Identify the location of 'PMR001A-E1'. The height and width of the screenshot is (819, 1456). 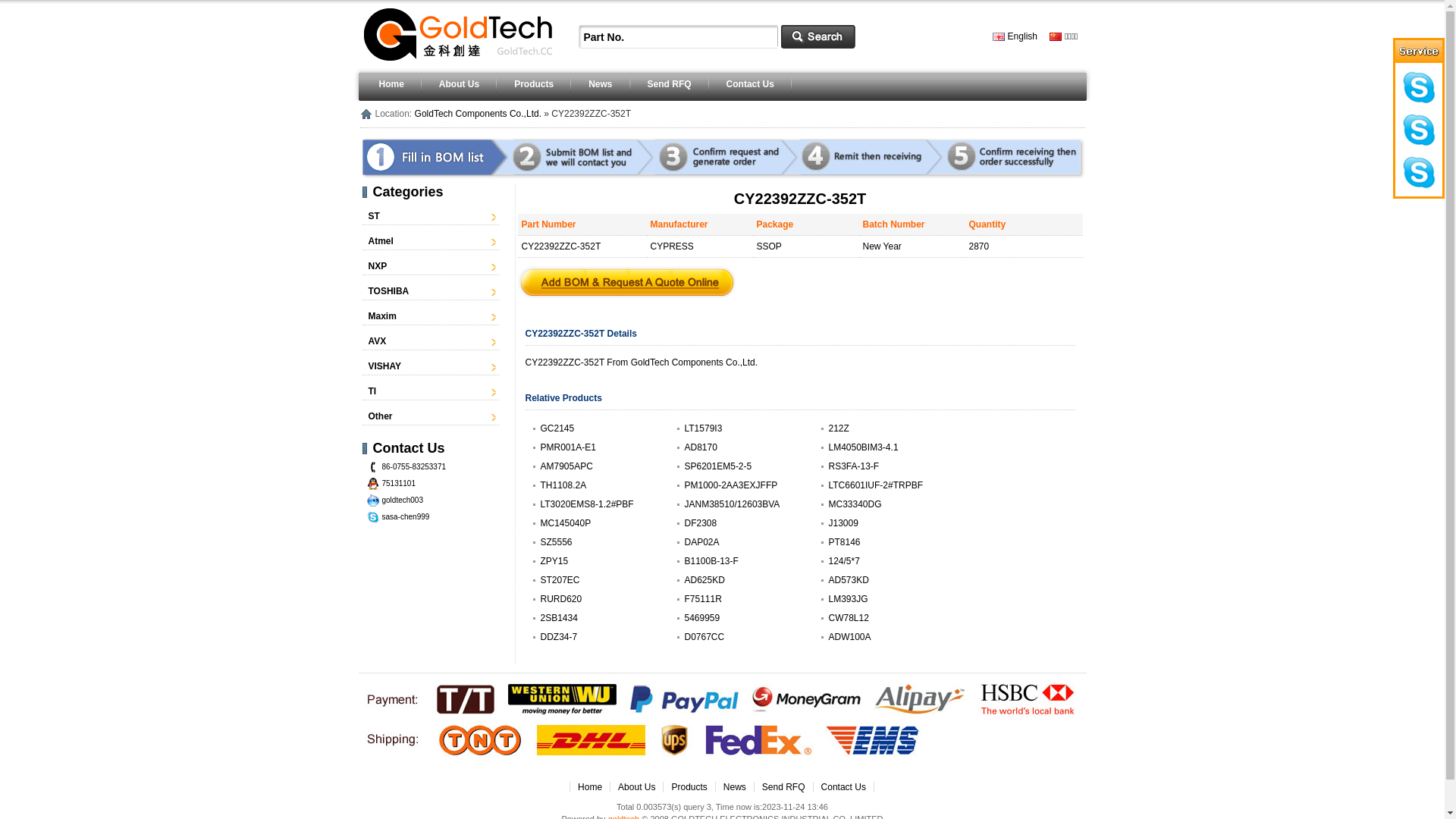
(566, 447).